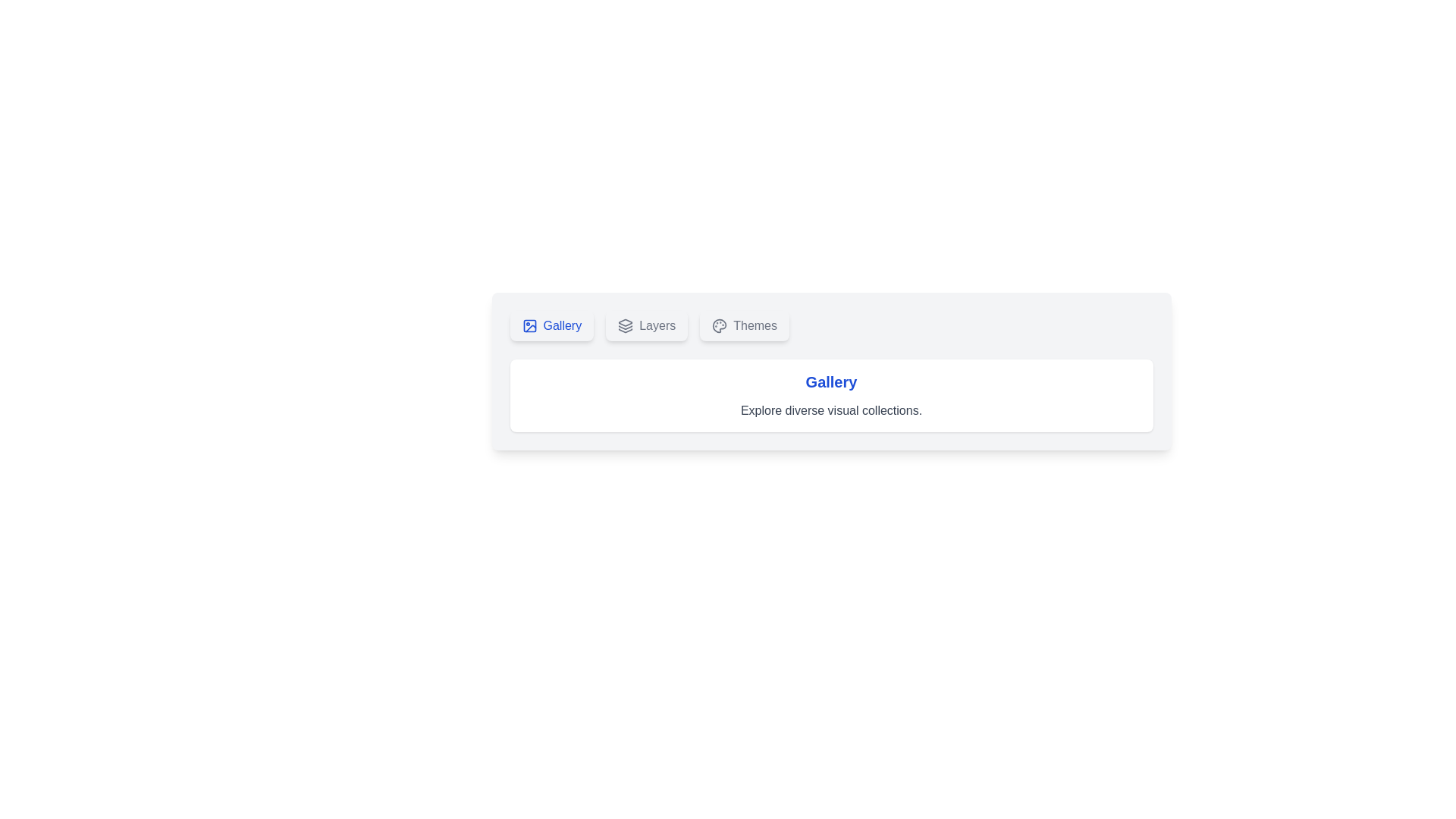 The height and width of the screenshot is (819, 1456). What do you see at coordinates (745, 325) in the screenshot?
I see `the Themes tab to view its content` at bounding box center [745, 325].